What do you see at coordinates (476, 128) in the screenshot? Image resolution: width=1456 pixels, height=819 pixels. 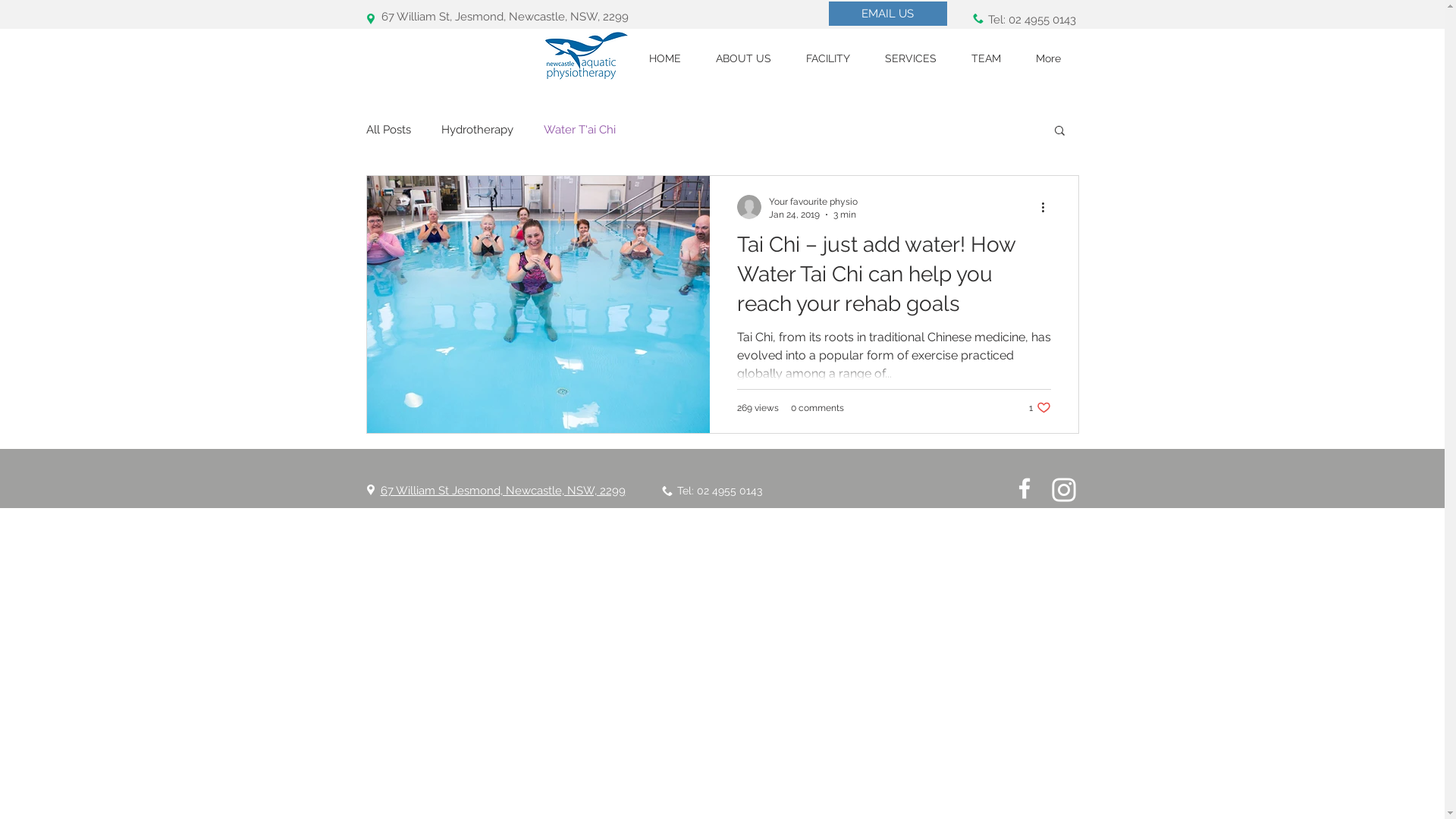 I see `'Hydrotherapy'` at bounding box center [476, 128].